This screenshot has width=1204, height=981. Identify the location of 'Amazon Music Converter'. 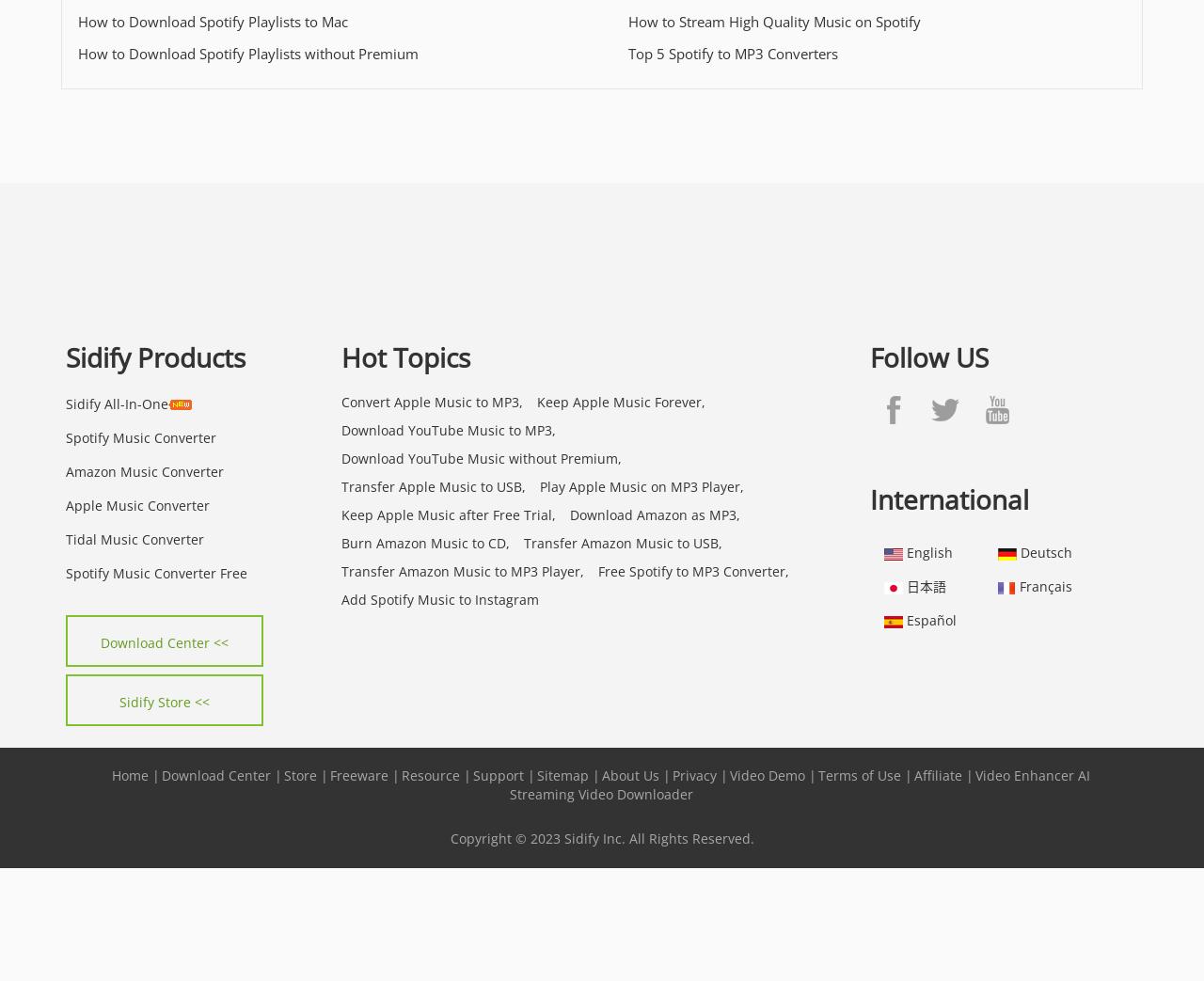
(143, 469).